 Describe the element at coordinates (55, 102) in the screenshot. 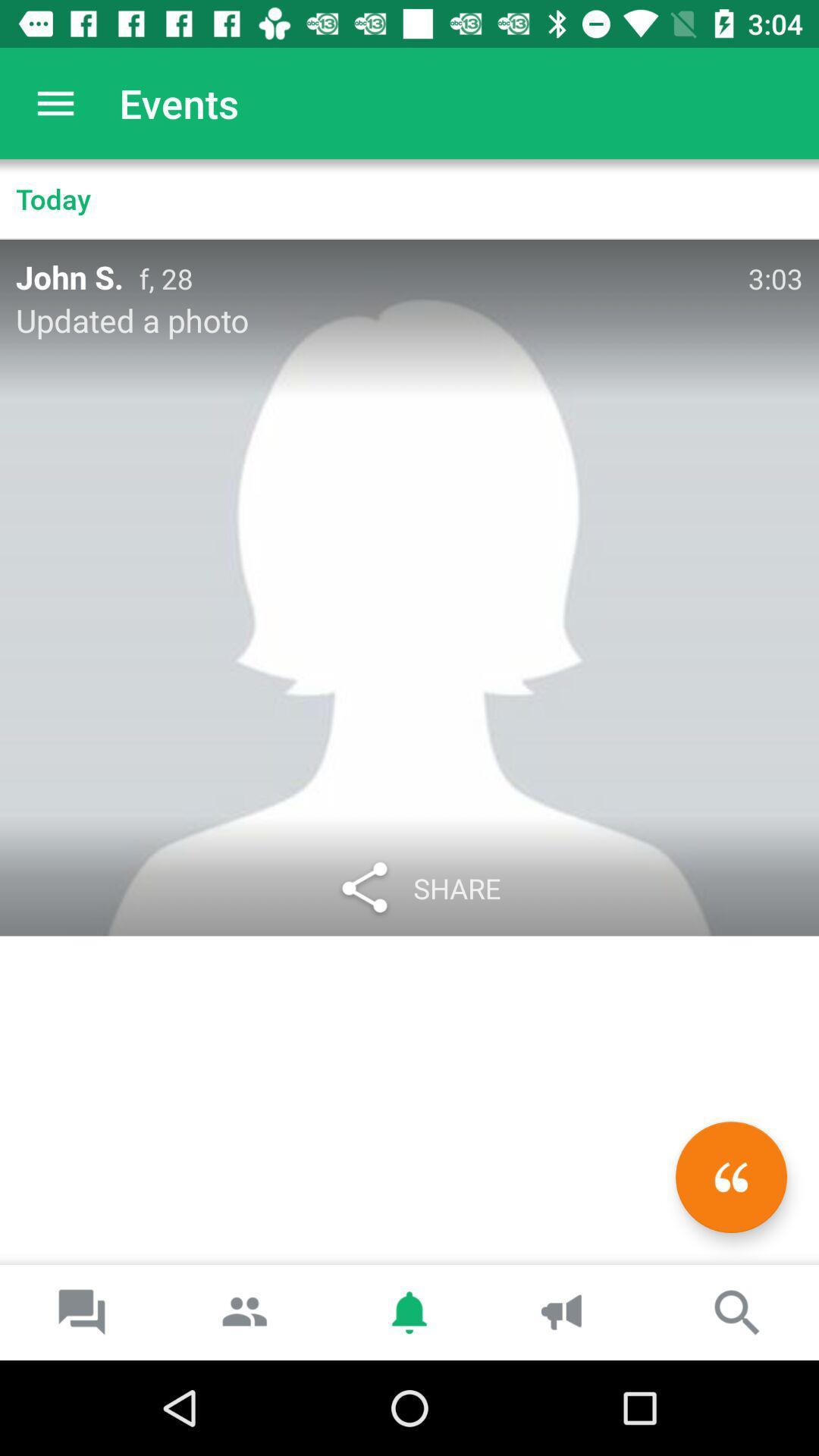

I see `the icon above today icon` at that location.